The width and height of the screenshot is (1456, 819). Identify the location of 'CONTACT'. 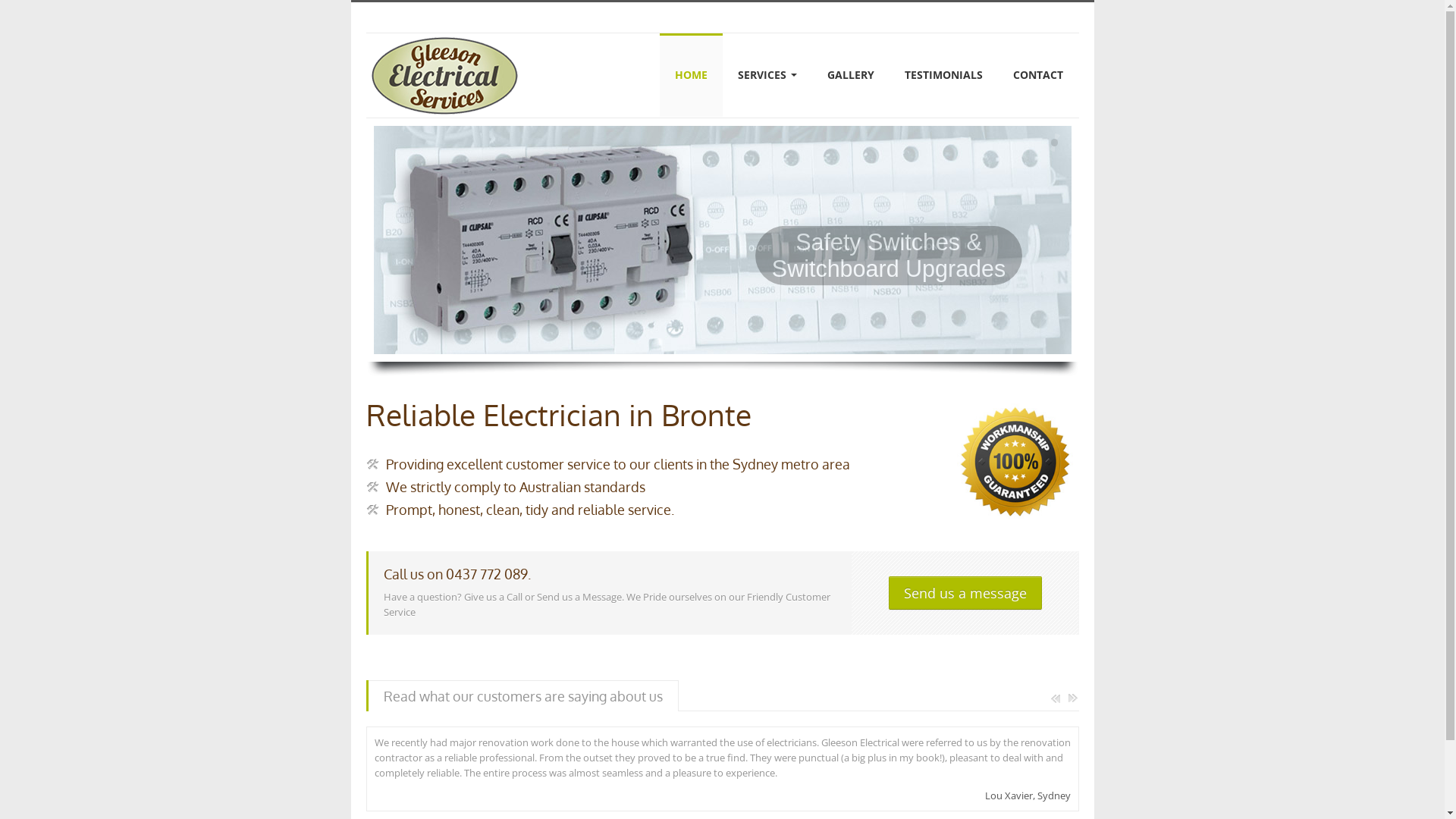
(997, 75).